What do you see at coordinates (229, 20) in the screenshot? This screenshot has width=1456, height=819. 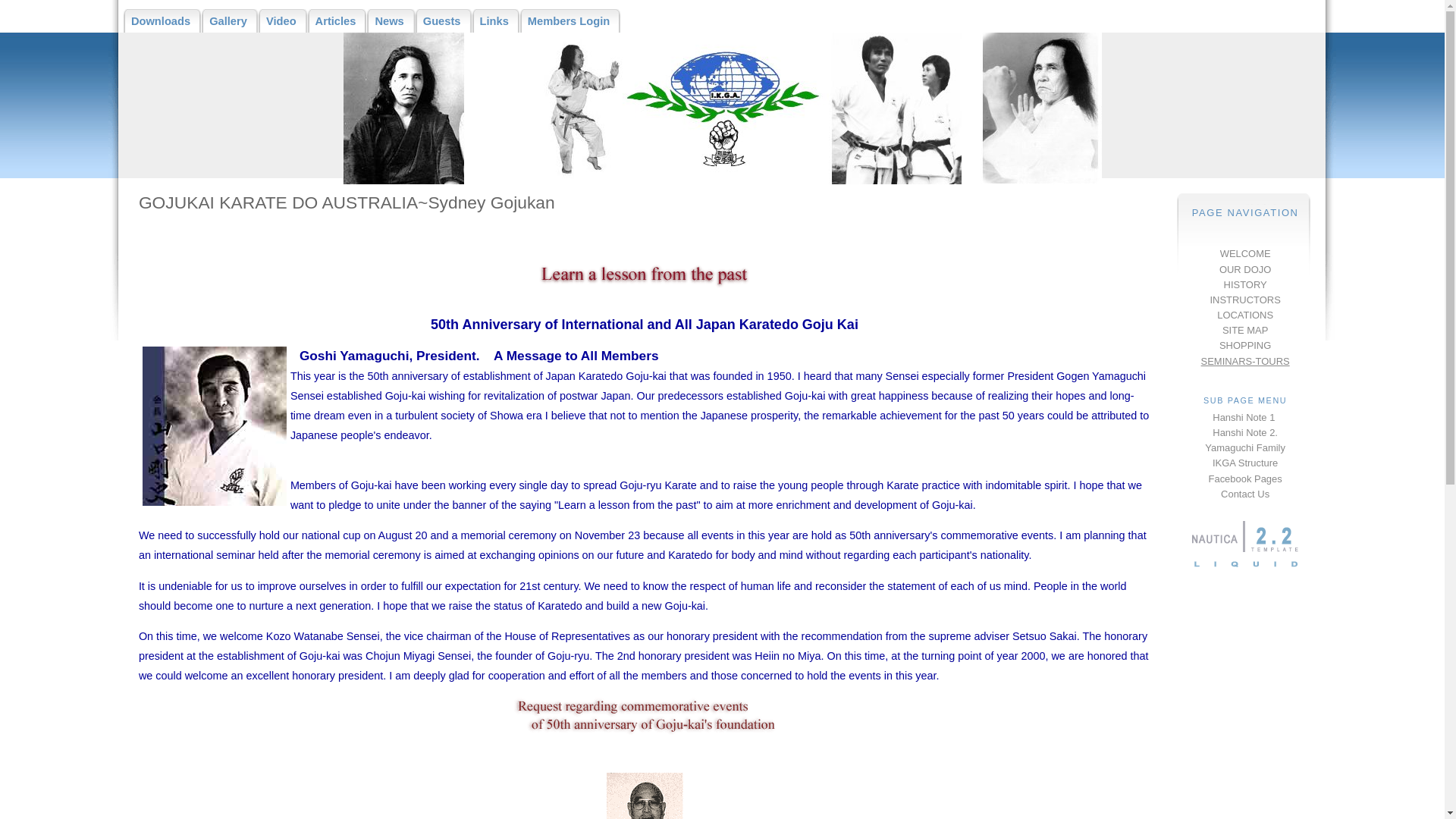 I see `'Gallery'` at bounding box center [229, 20].